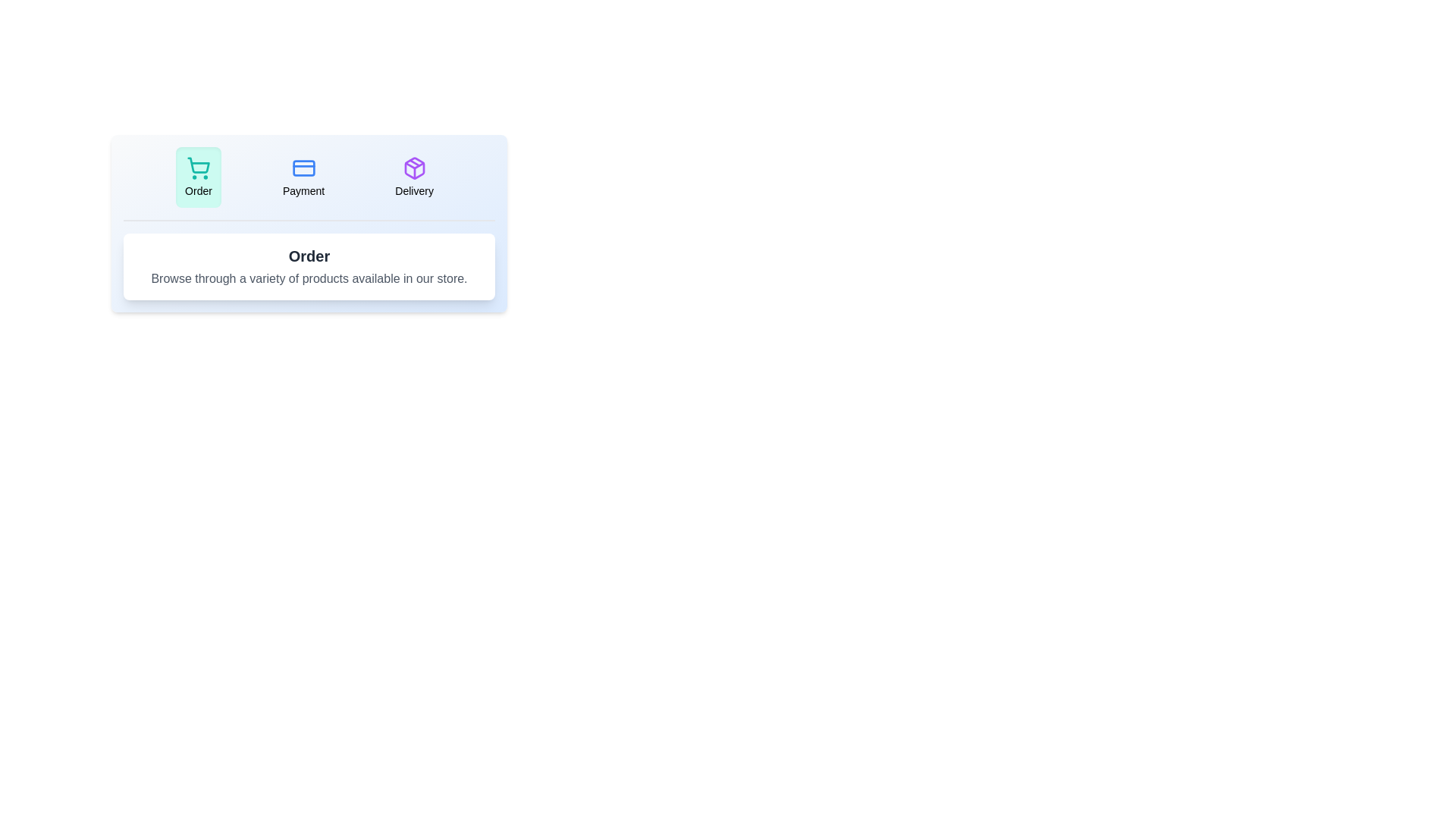 The height and width of the screenshot is (819, 1456). Describe the element at coordinates (414, 177) in the screenshot. I see `the Delivery tab by clicking on it` at that location.